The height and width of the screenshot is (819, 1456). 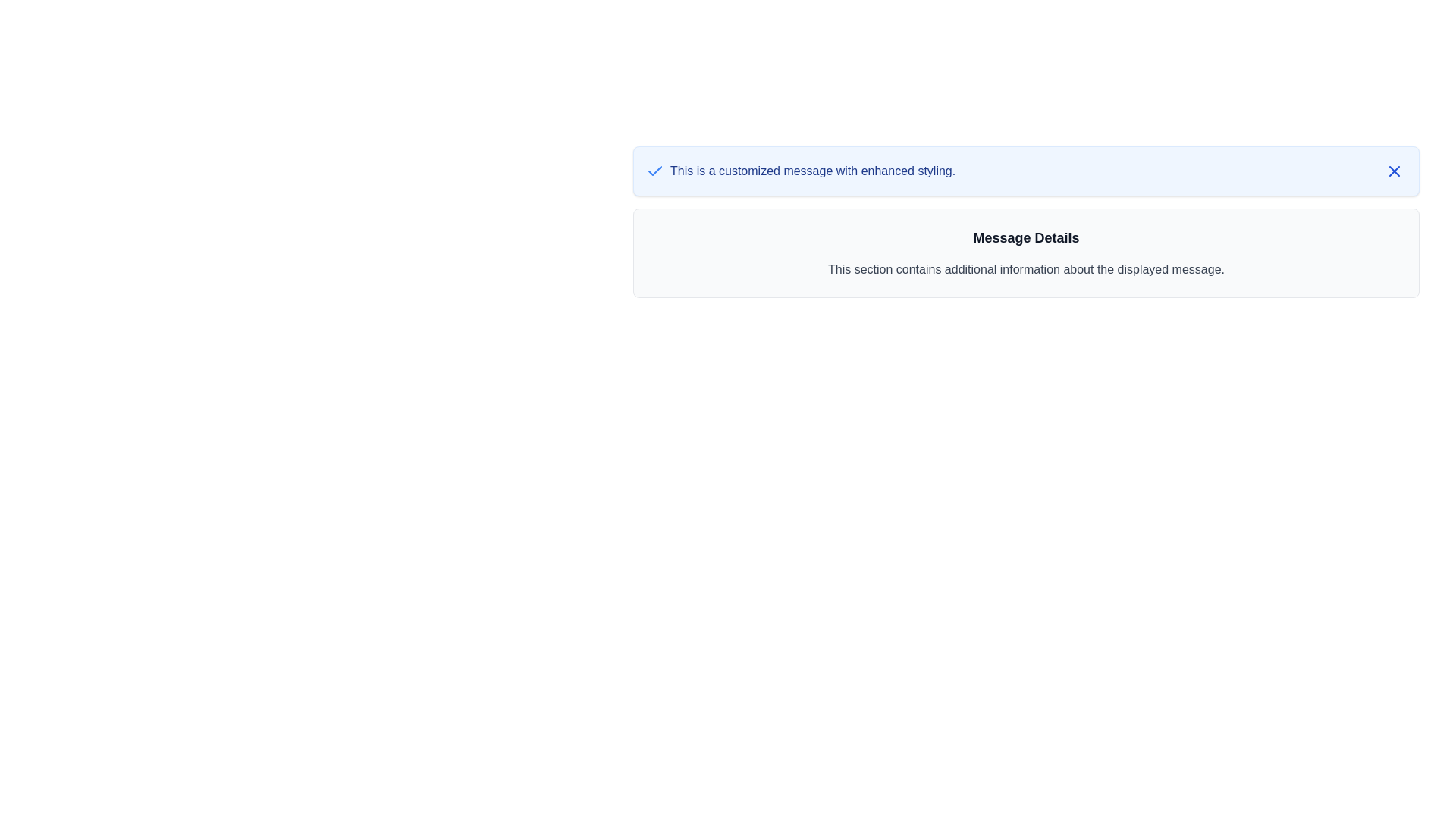 I want to click on the diagonal line segment of the cross (X) symbol in the top-right corner of the UI panel, so click(x=1394, y=171).